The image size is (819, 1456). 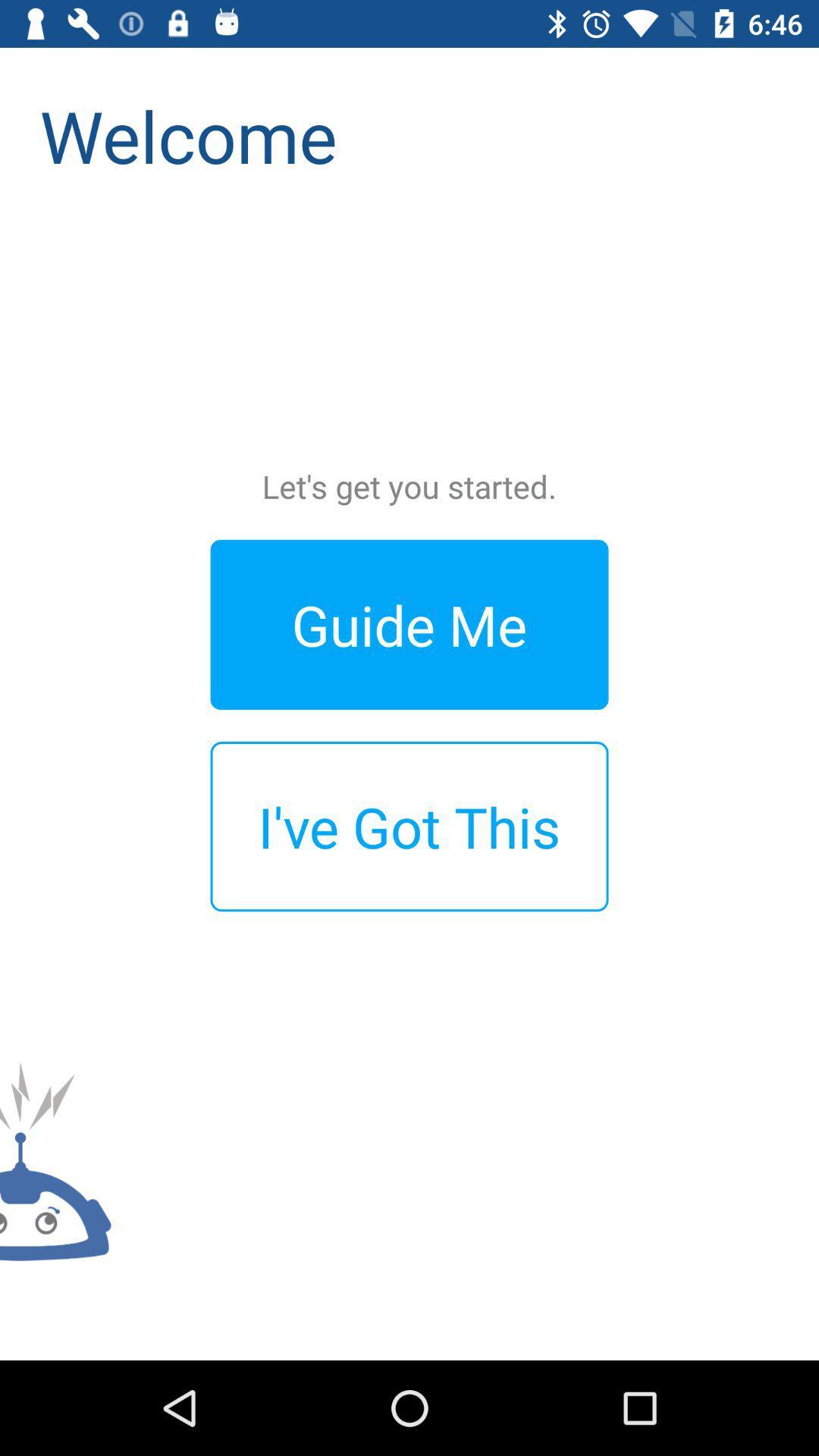 What do you see at coordinates (409, 624) in the screenshot?
I see `the app below let s get item` at bounding box center [409, 624].